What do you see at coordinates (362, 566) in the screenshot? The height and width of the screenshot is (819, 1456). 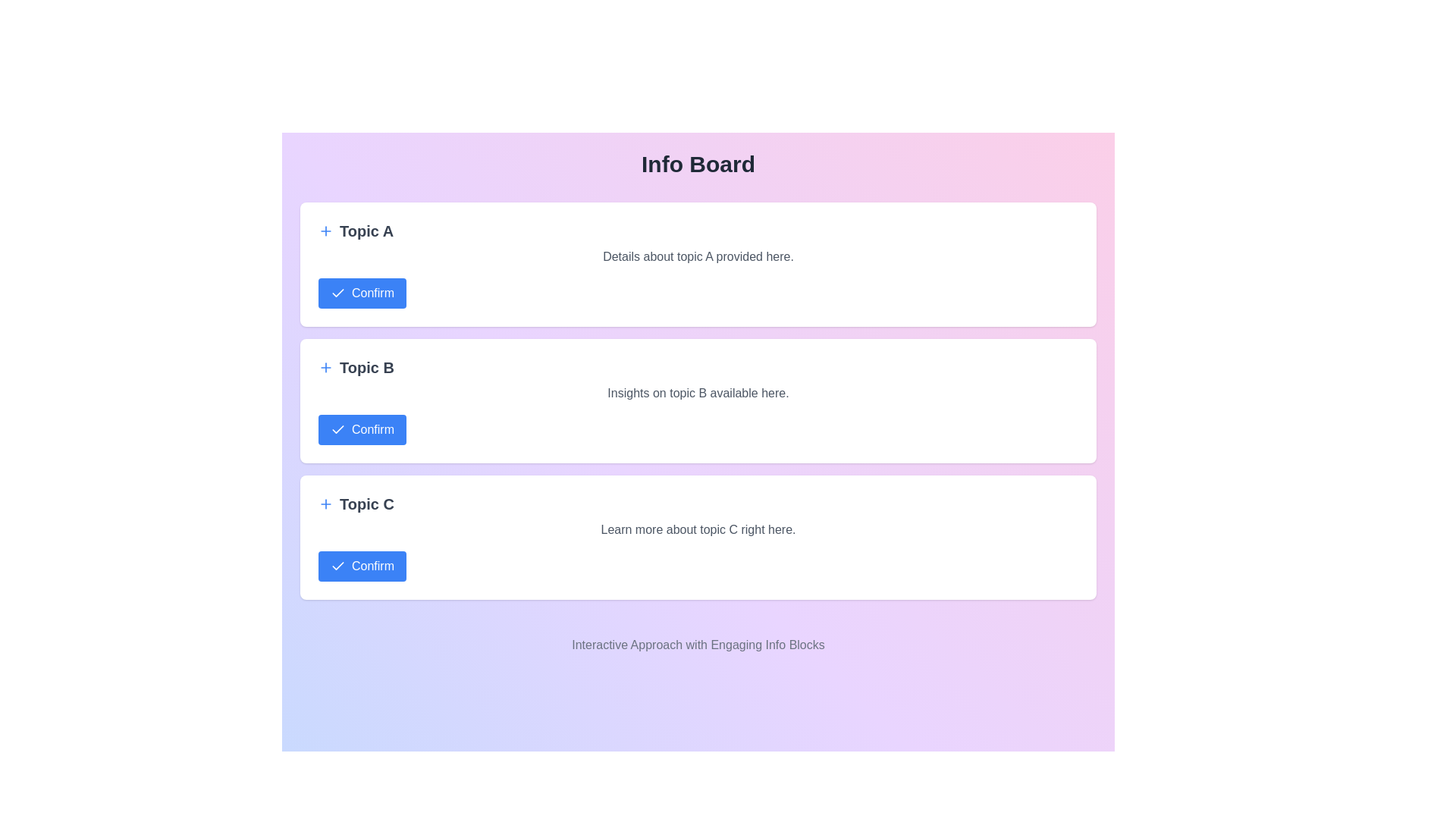 I see `the 'Confirm' button with a blue background and a checkmark icon, located at the bottom of the card for 'Topic C' to confirm` at bounding box center [362, 566].